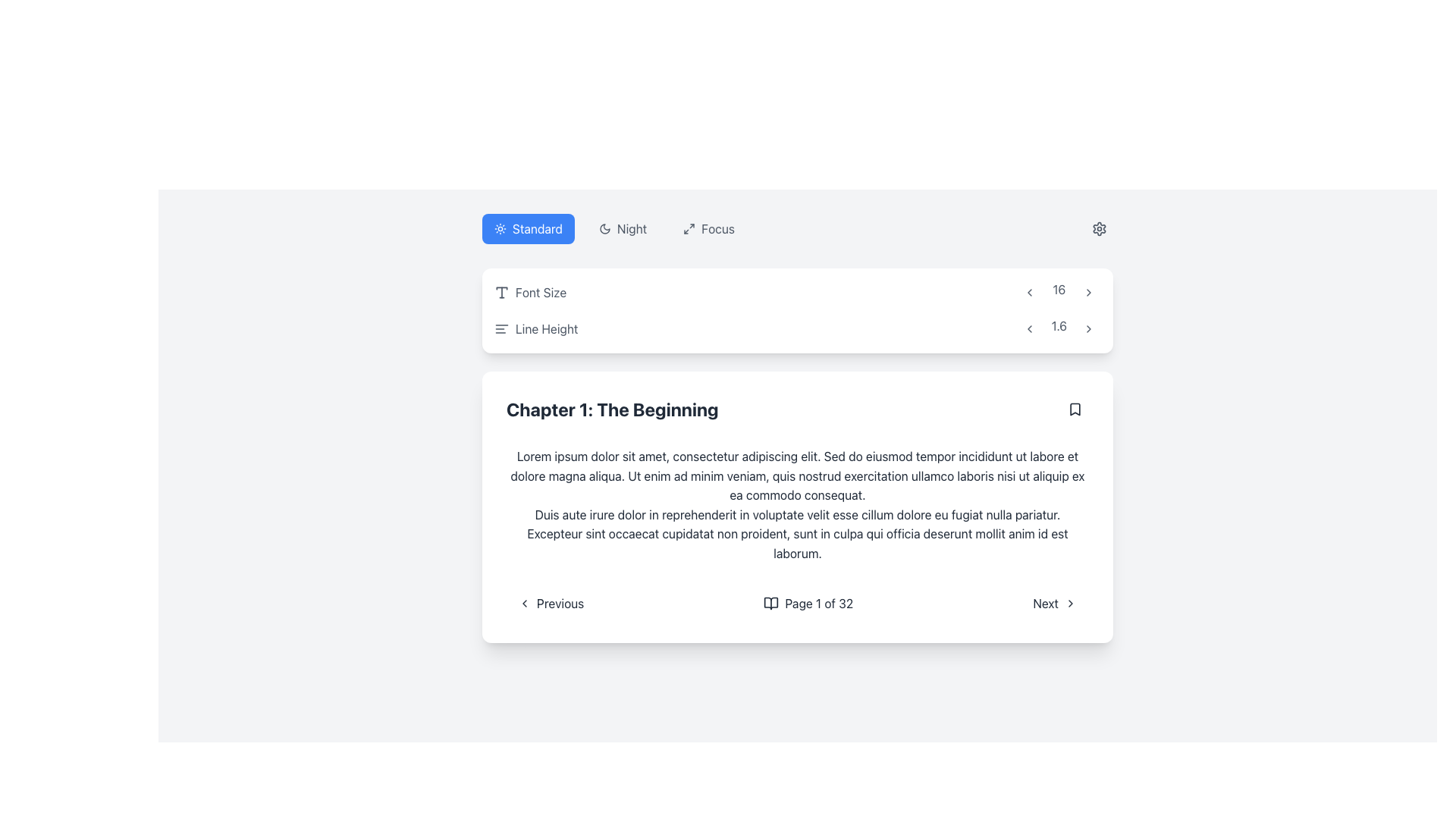 This screenshot has width=1456, height=819. I want to click on the text display indicating the current font size, located between the '<' and '>' icons in the 'Font Size' section, so click(1058, 292).